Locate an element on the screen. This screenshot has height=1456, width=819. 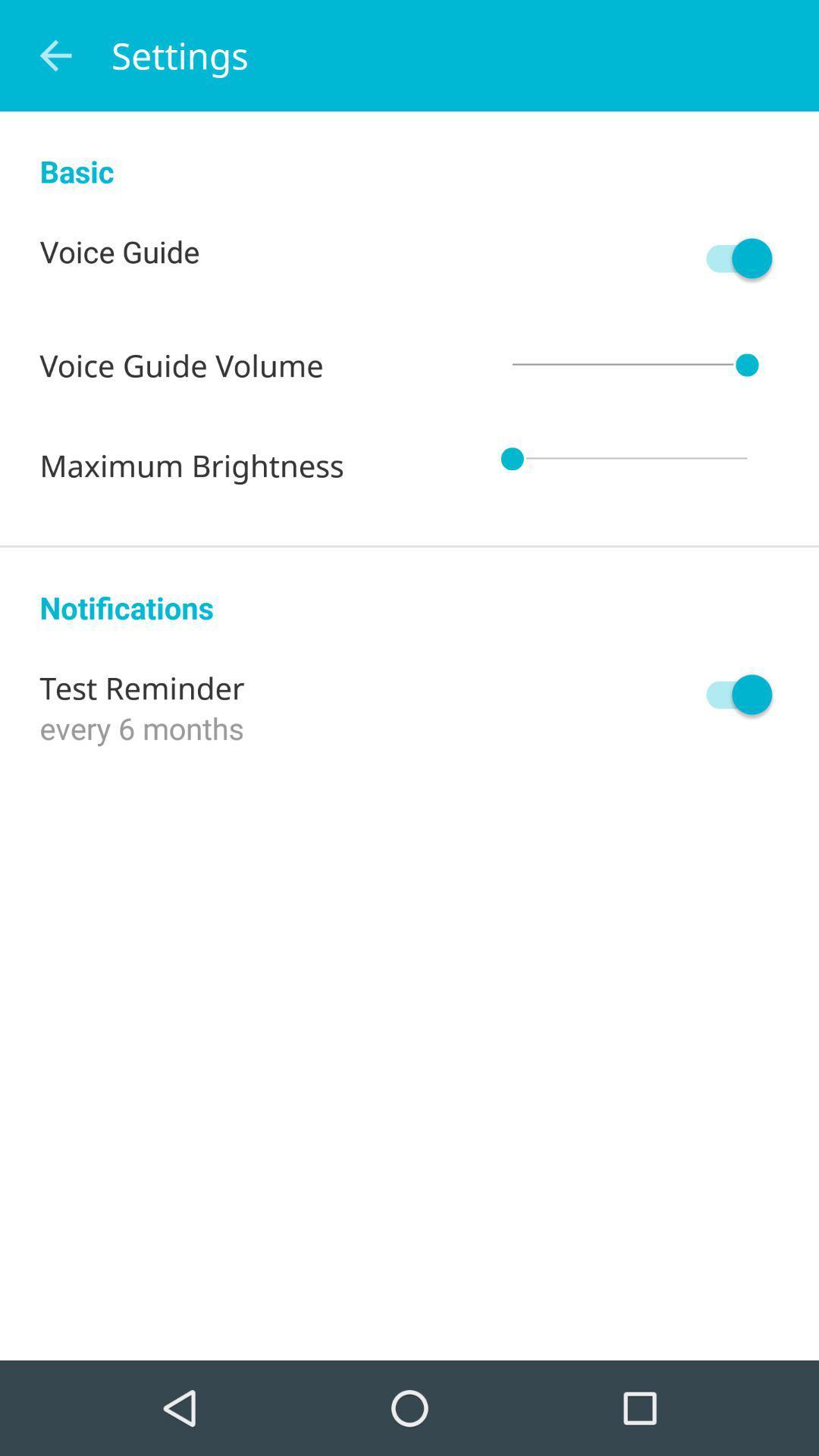
item next to settings item is located at coordinates (55, 55).